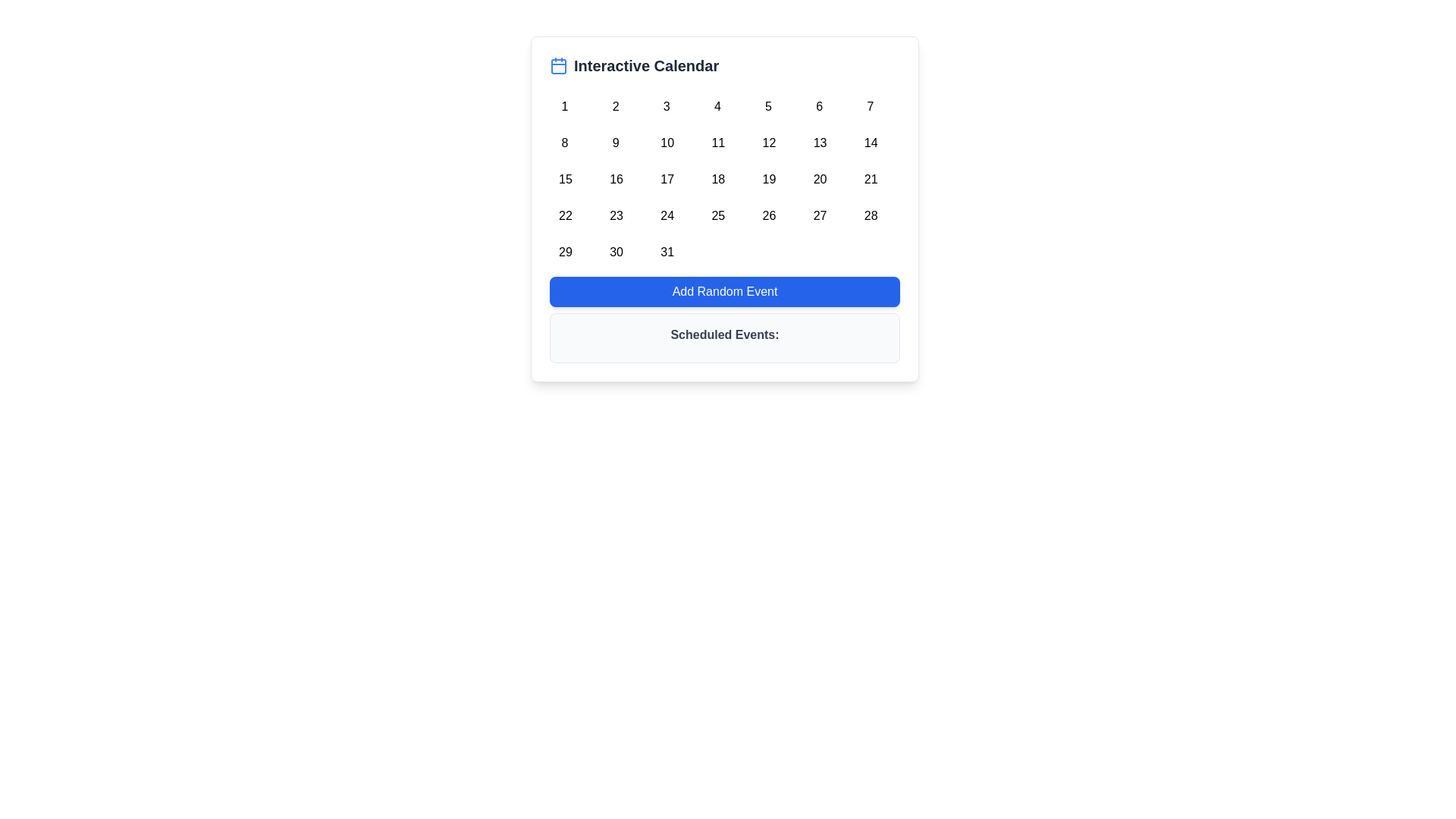 This screenshot has height=819, width=1456. I want to click on to select the Calendar date cell displaying the number '14', which is located in the second row and seventh column of the calendar grid, so click(870, 140).